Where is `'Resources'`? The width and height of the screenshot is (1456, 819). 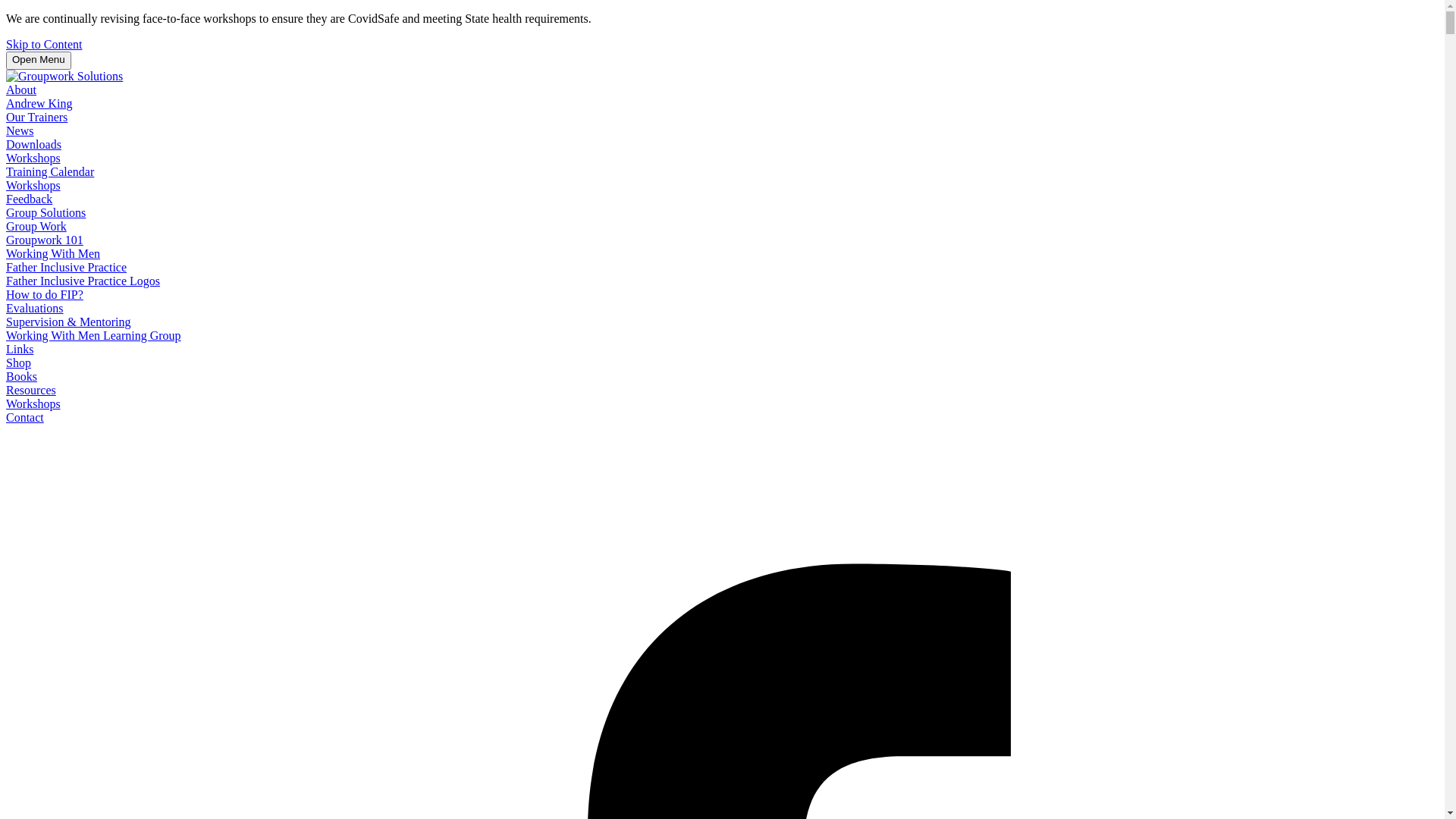
'Resources' is located at coordinates (31, 389).